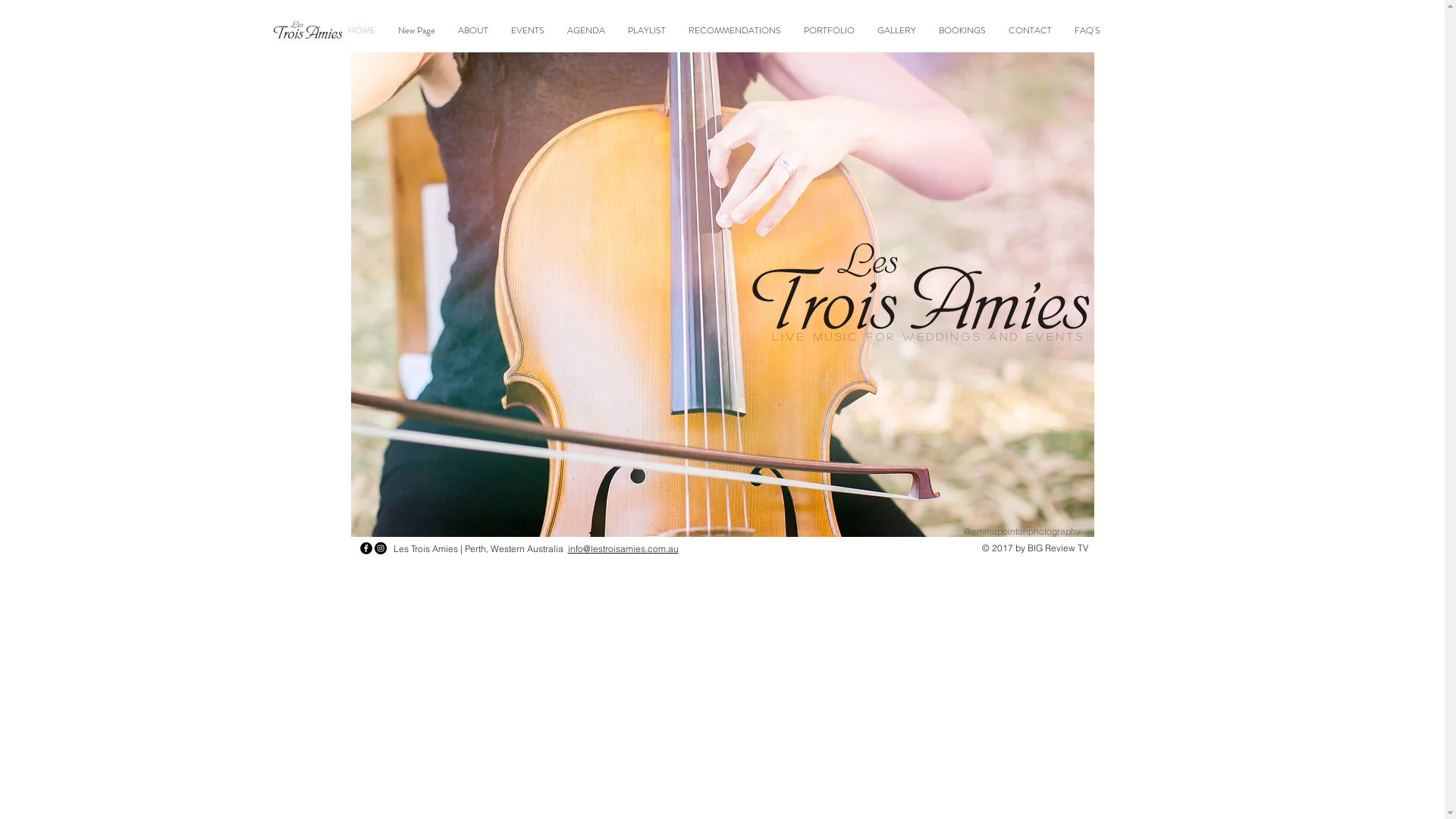  Describe the element at coordinates (735, 30) in the screenshot. I see `'RECOMMENDATIONS'` at that location.